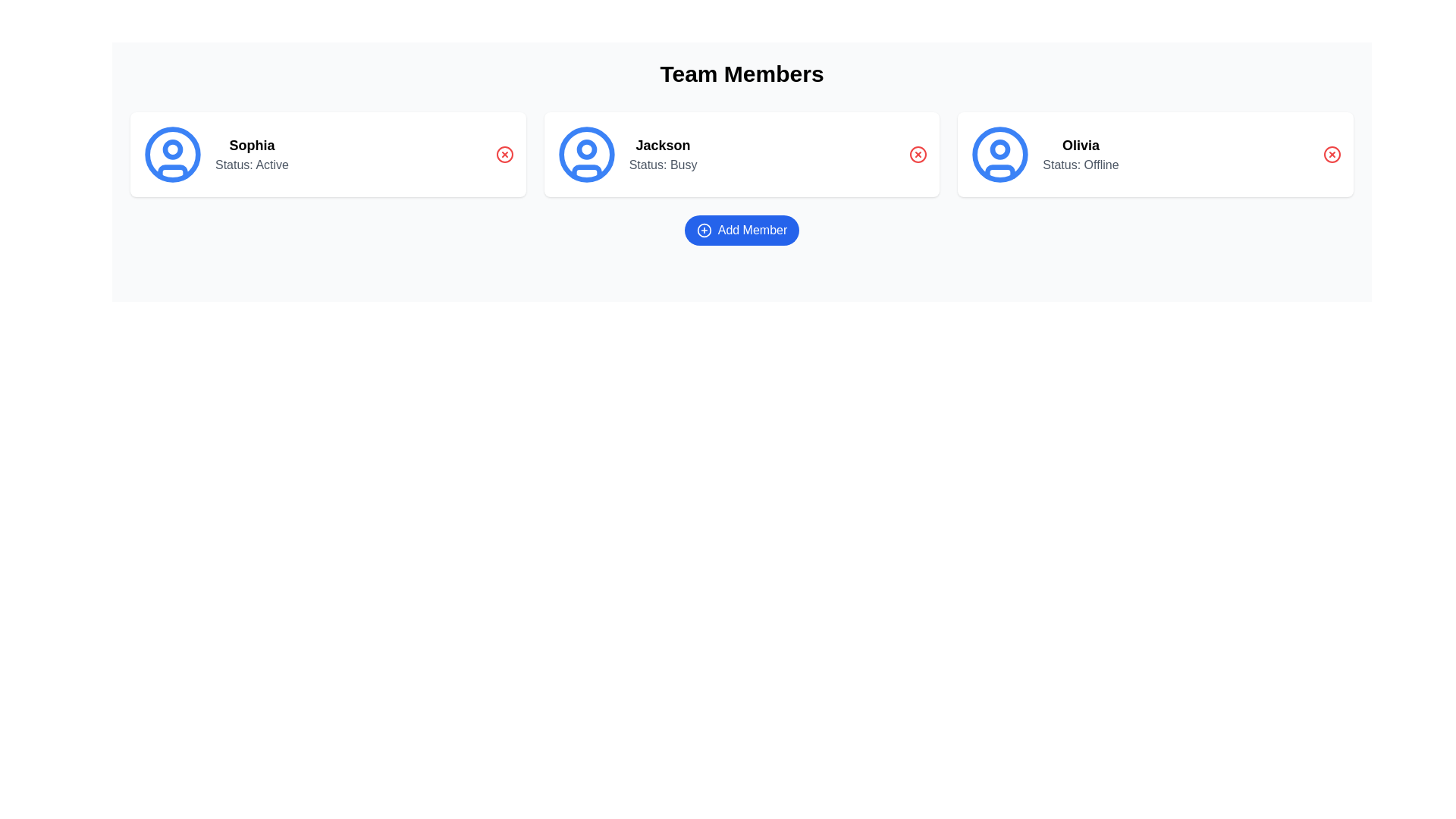 The width and height of the screenshot is (1456, 819). I want to click on the static text element that serves as the name identifier for a user in the third user profile card under the 'Team Members' section, so click(1080, 146).